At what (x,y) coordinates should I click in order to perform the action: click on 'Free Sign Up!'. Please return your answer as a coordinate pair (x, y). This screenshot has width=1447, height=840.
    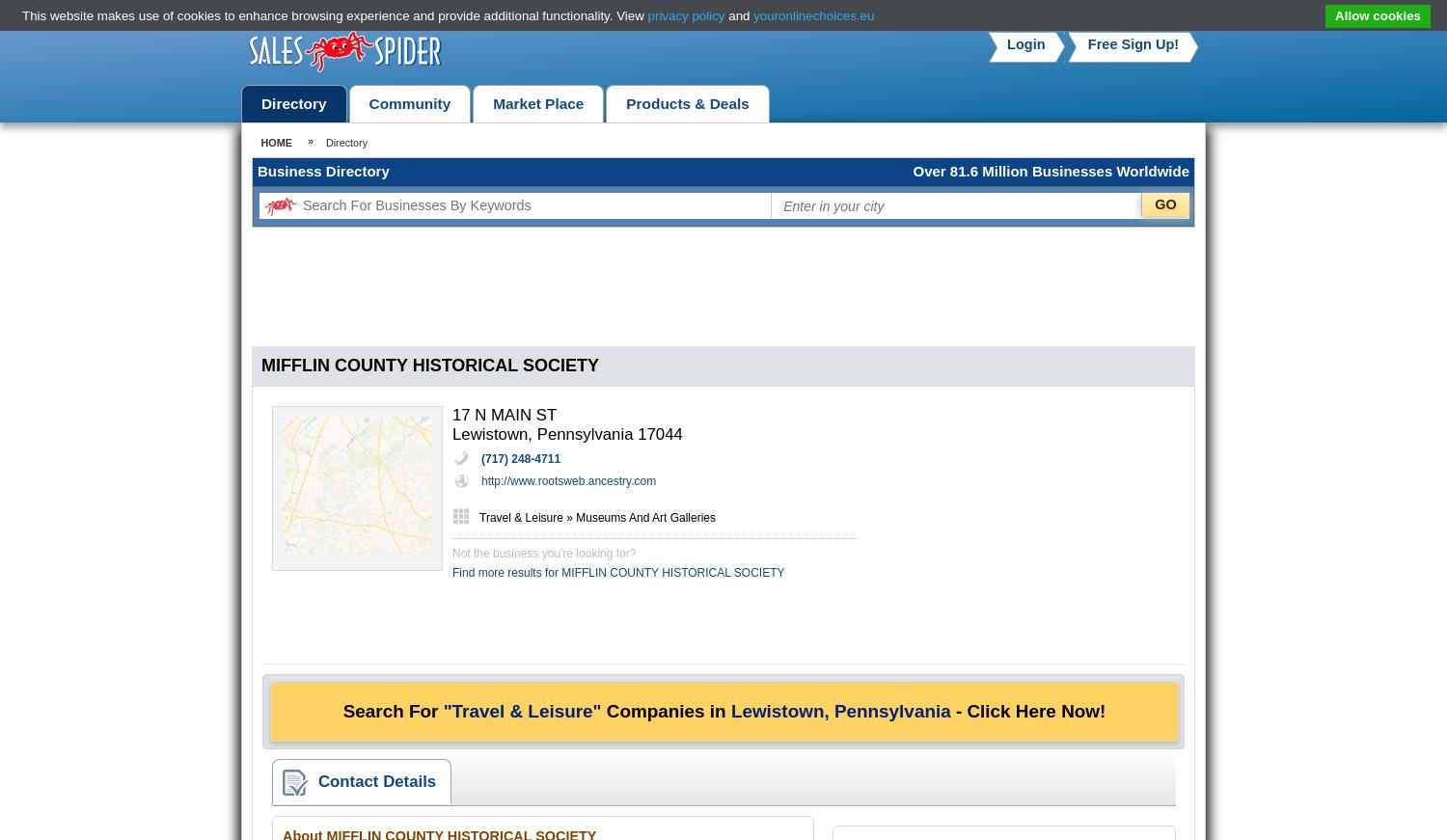
    Looking at the image, I should click on (1133, 42).